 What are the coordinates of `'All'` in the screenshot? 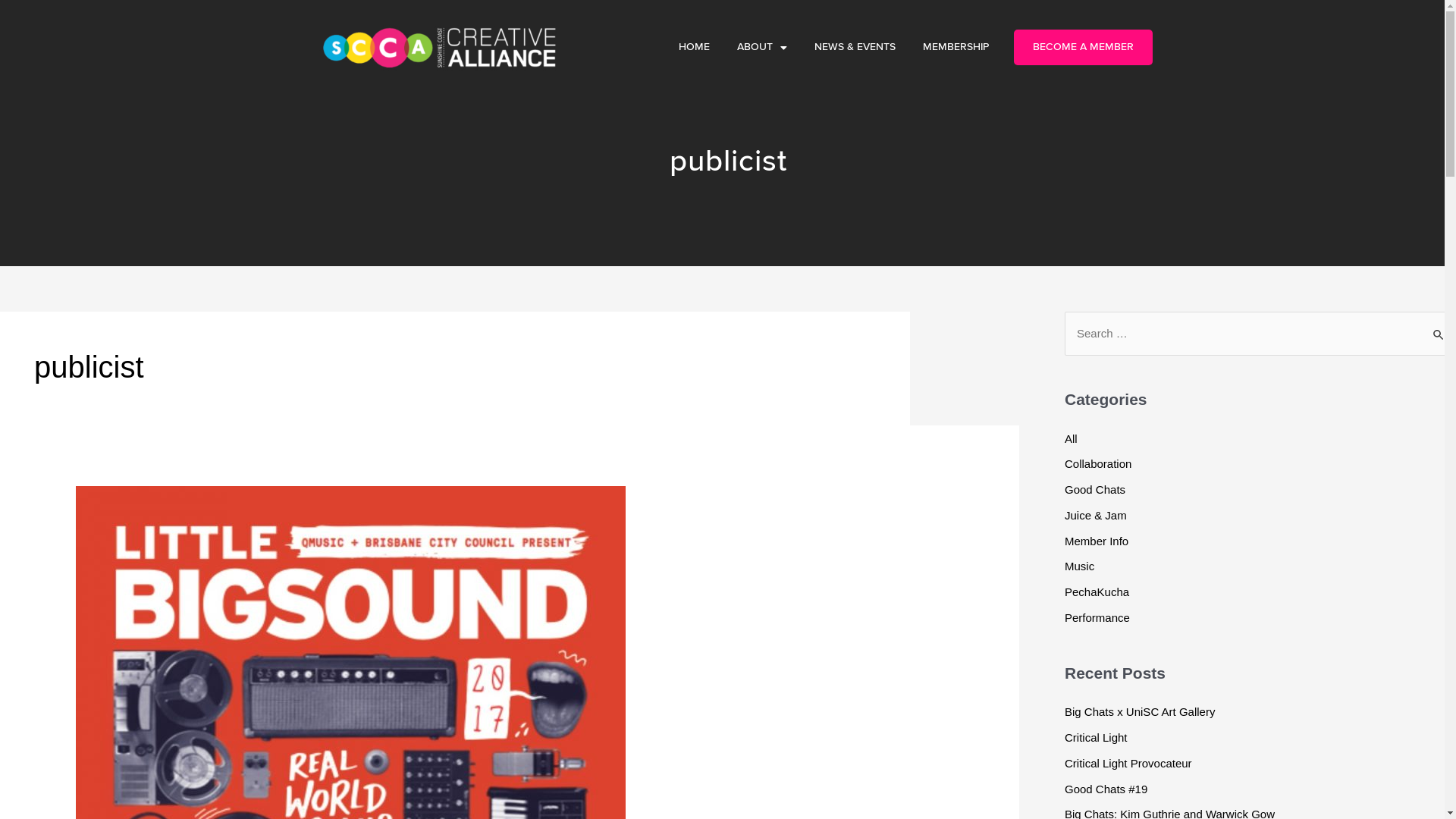 It's located at (1070, 438).